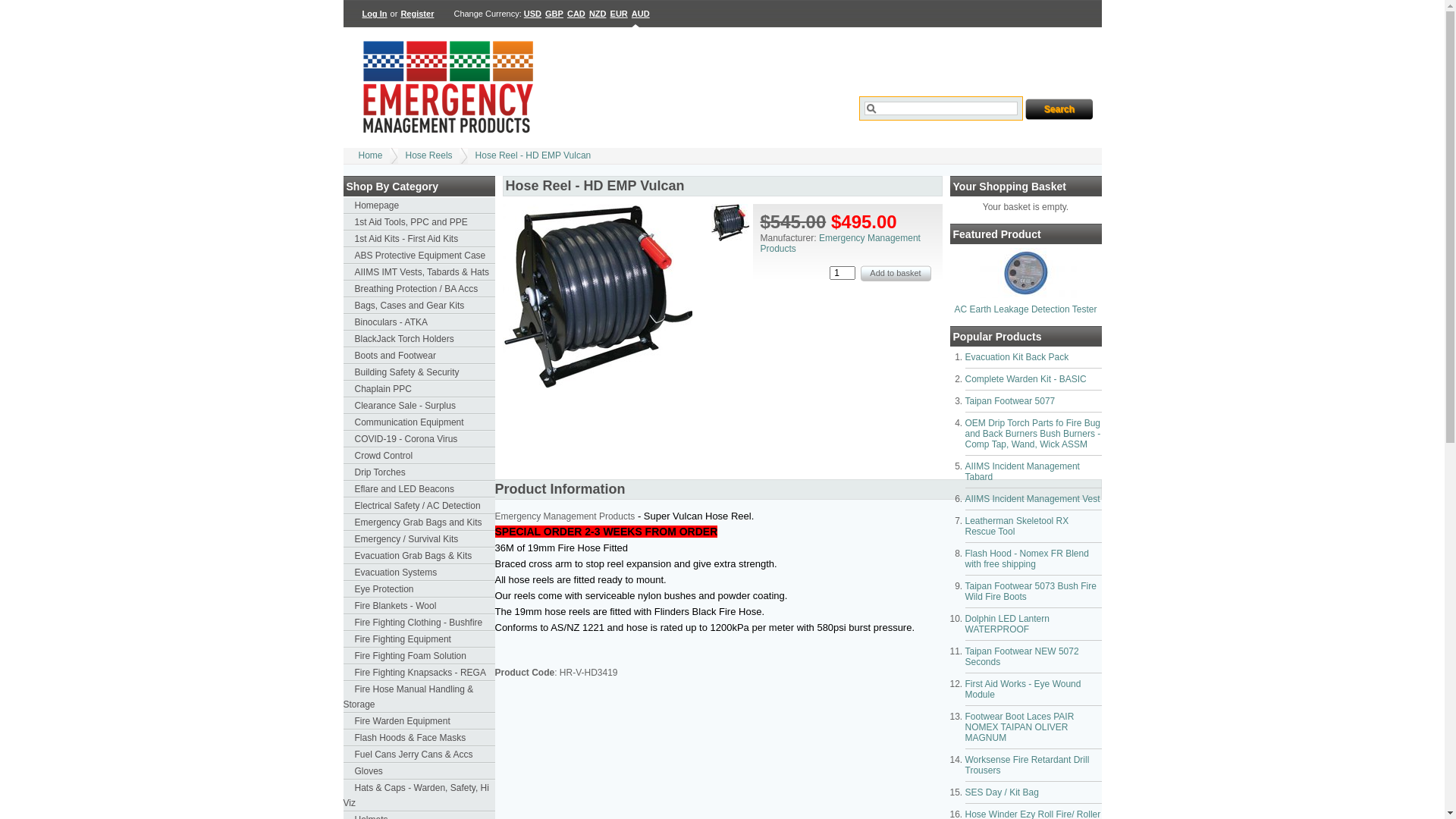  Describe the element at coordinates (419, 405) in the screenshot. I see `'Clearance Sale - Surplus'` at that location.